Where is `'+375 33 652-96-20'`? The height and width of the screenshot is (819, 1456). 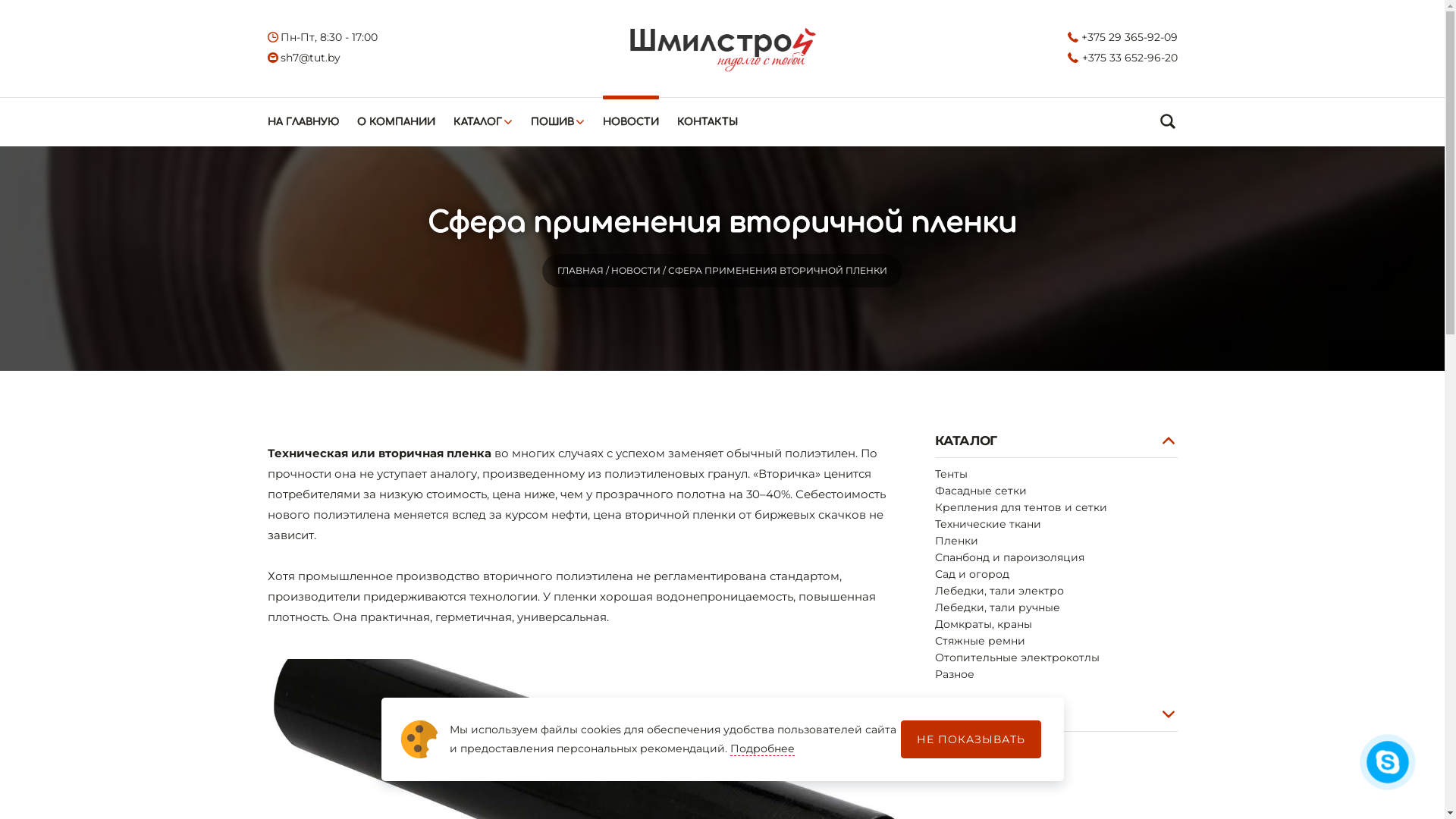 '+375 33 652-96-20' is located at coordinates (1122, 57).